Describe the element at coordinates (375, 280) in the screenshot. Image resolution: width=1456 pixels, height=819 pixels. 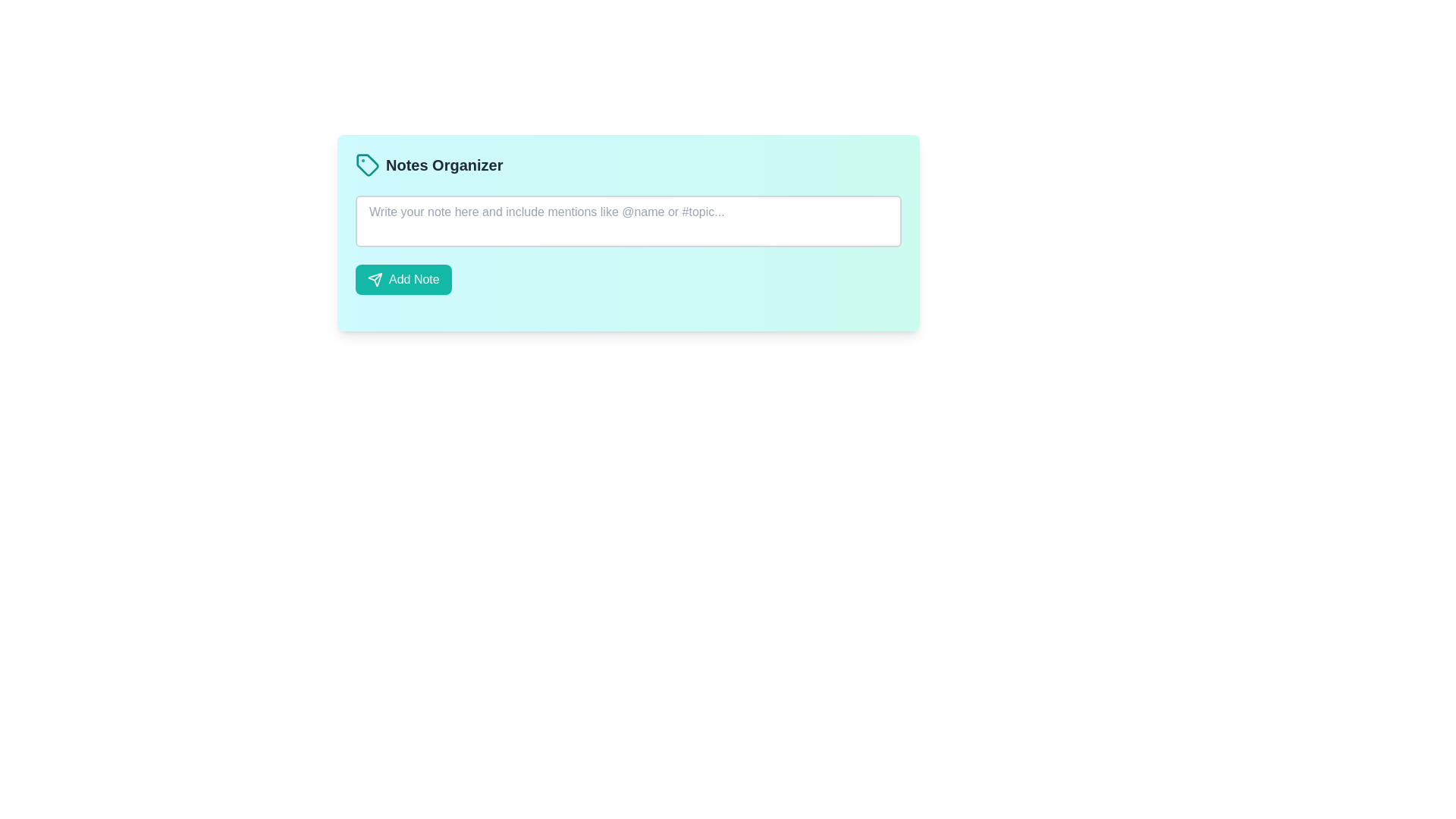
I see `the 'send' icon located at the top-left corner of the 'Add Note' button, which visually reinforces the button's function to transmit or add a note` at that location.